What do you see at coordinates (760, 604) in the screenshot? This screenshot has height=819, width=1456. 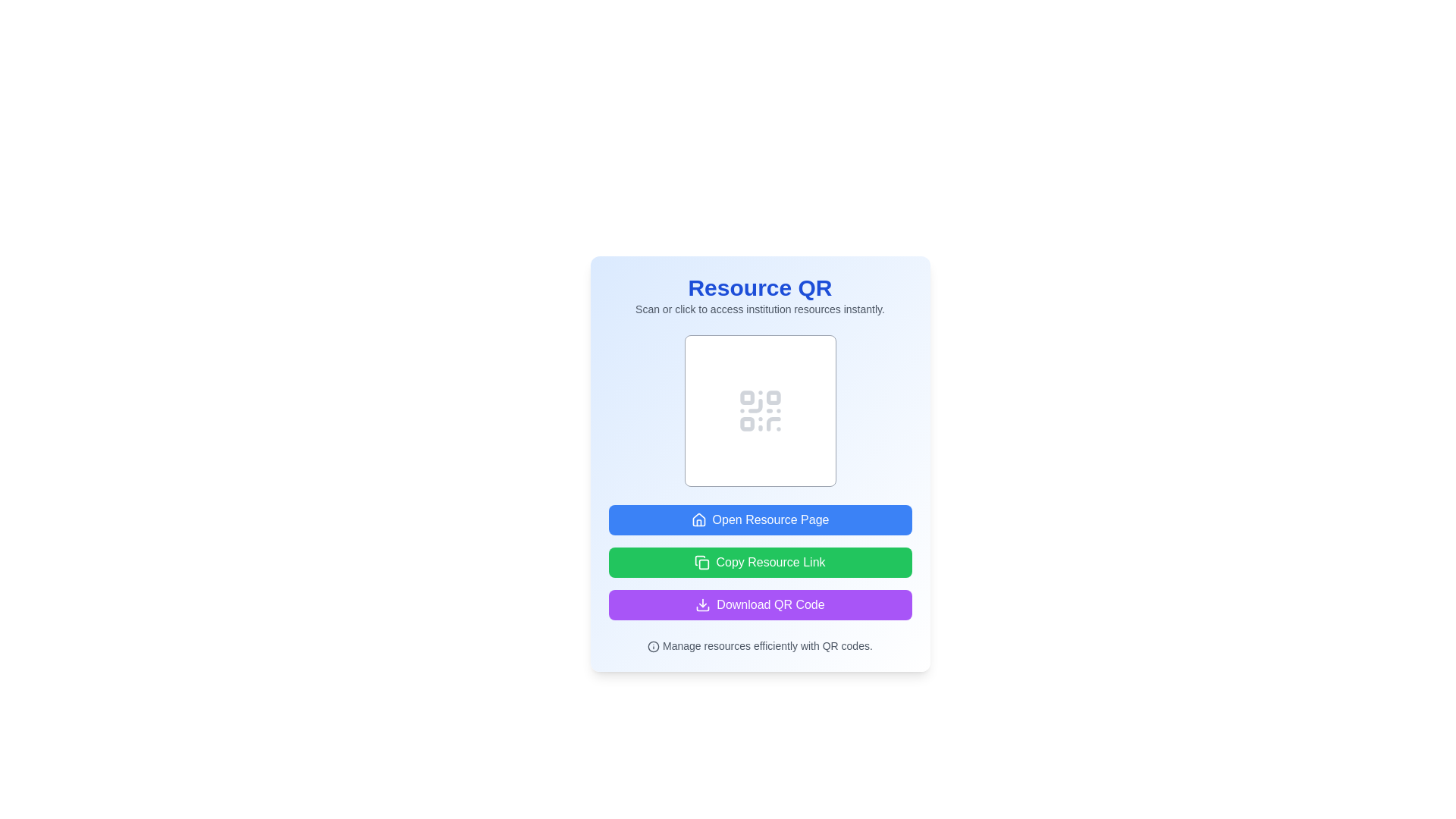 I see `keyboard navigation` at bounding box center [760, 604].